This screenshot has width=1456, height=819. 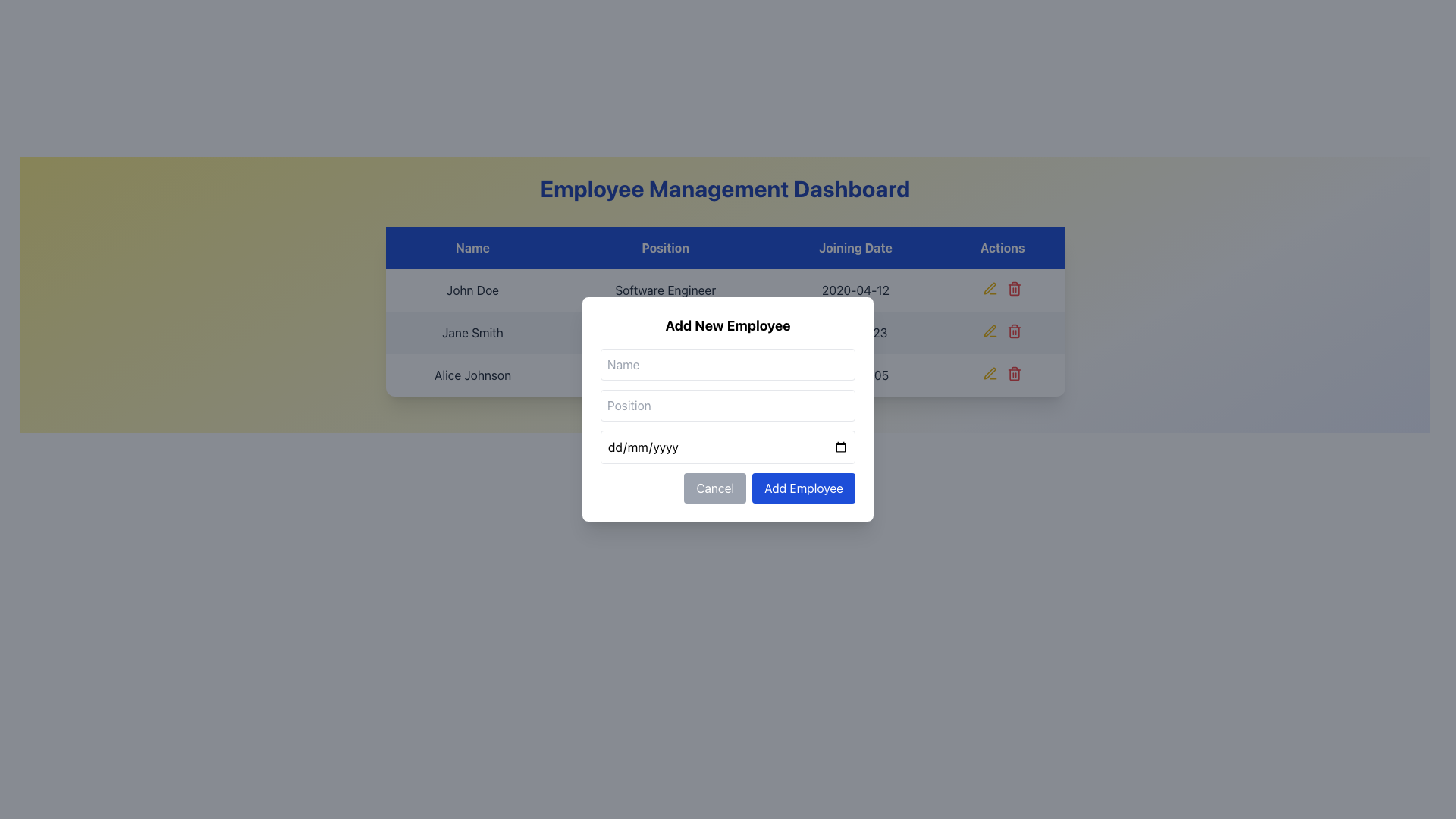 I want to click on the 'Cancel' button located in the lower section of the 'Add New Employee' modal dialogue to discard actions, so click(x=728, y=488).